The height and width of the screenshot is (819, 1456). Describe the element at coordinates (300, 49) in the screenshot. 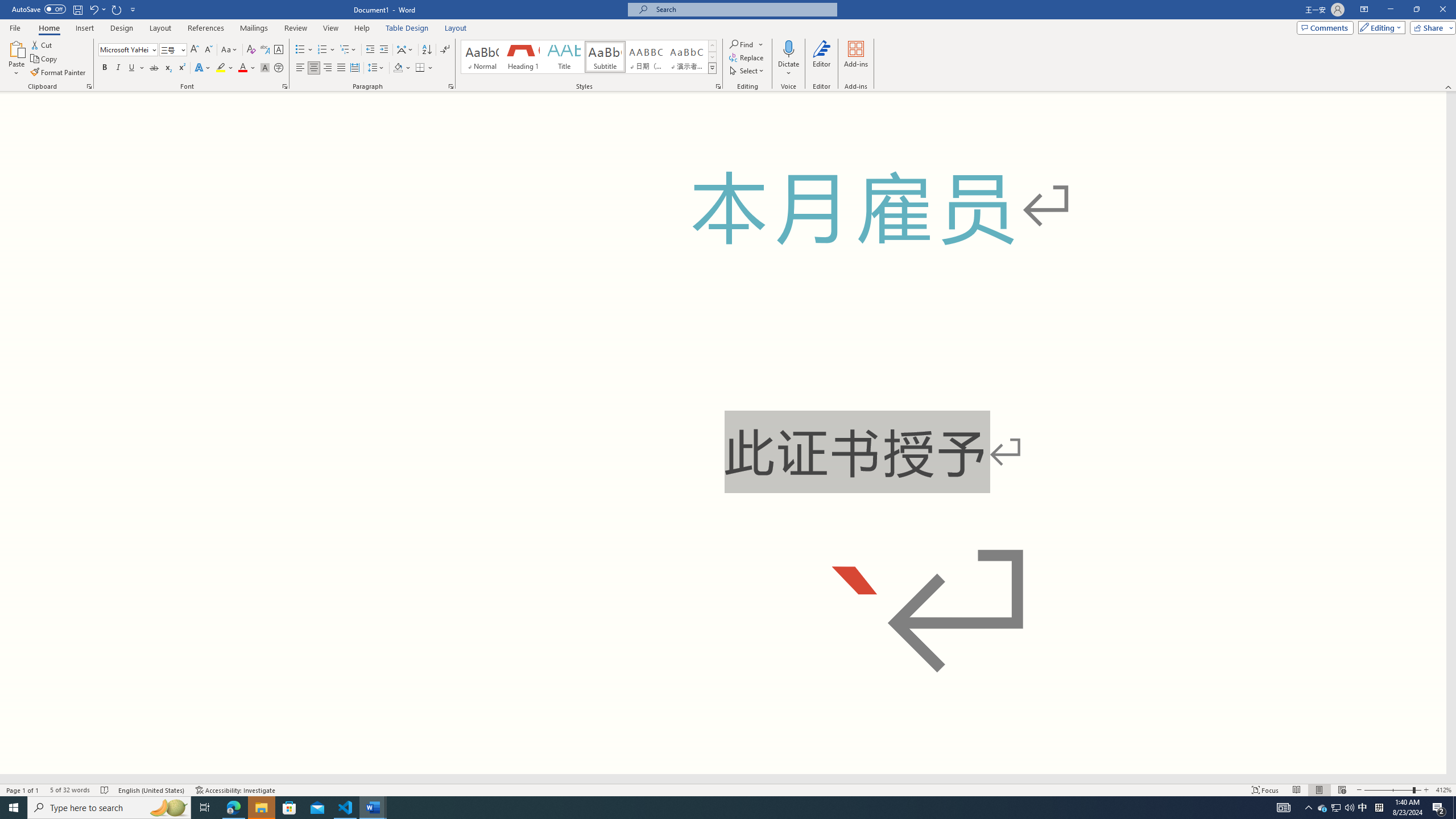

I see `'Bullets'` at that location.